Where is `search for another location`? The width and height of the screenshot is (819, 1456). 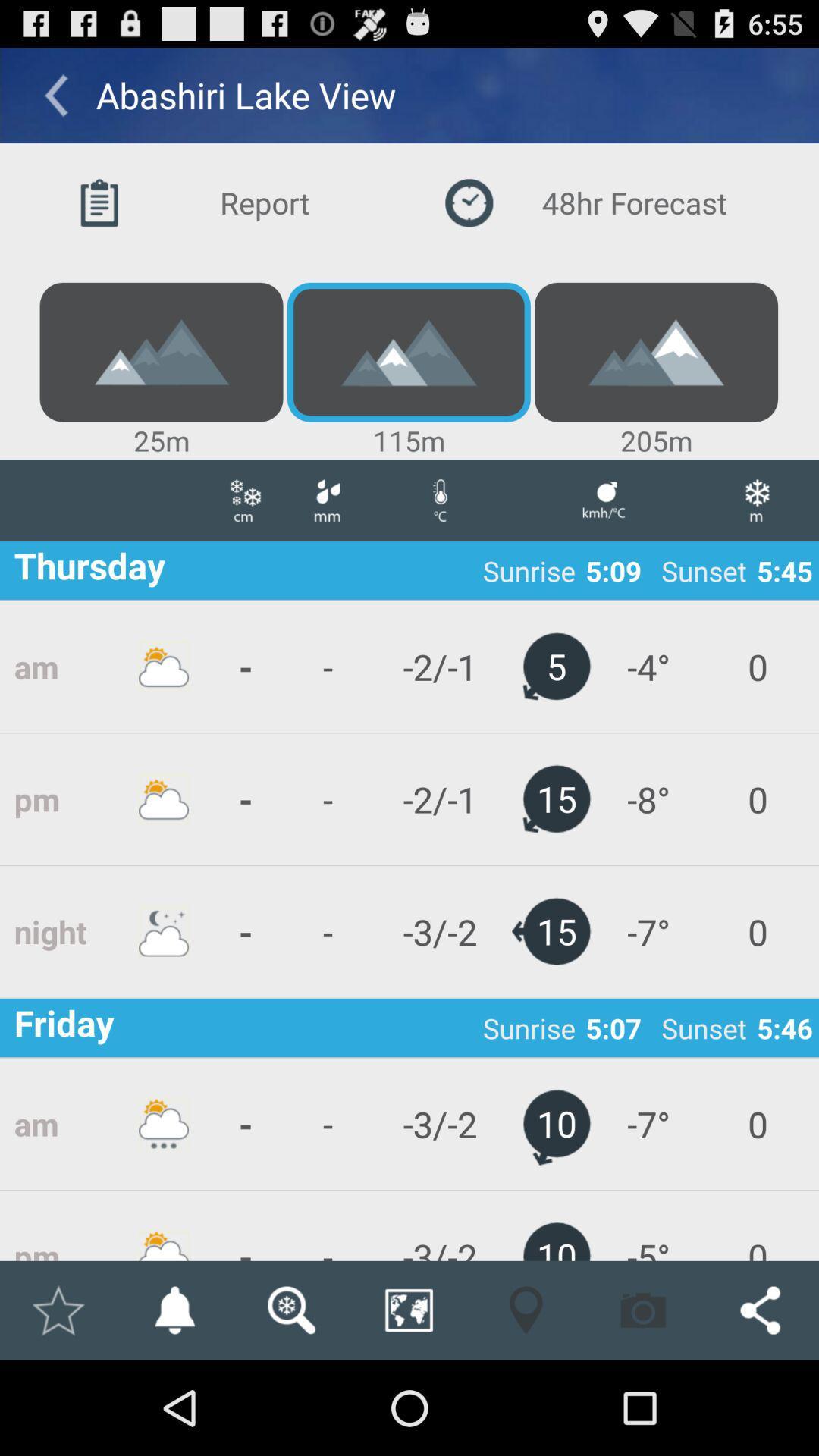
search for another location is located at coordinates (291, 1310).